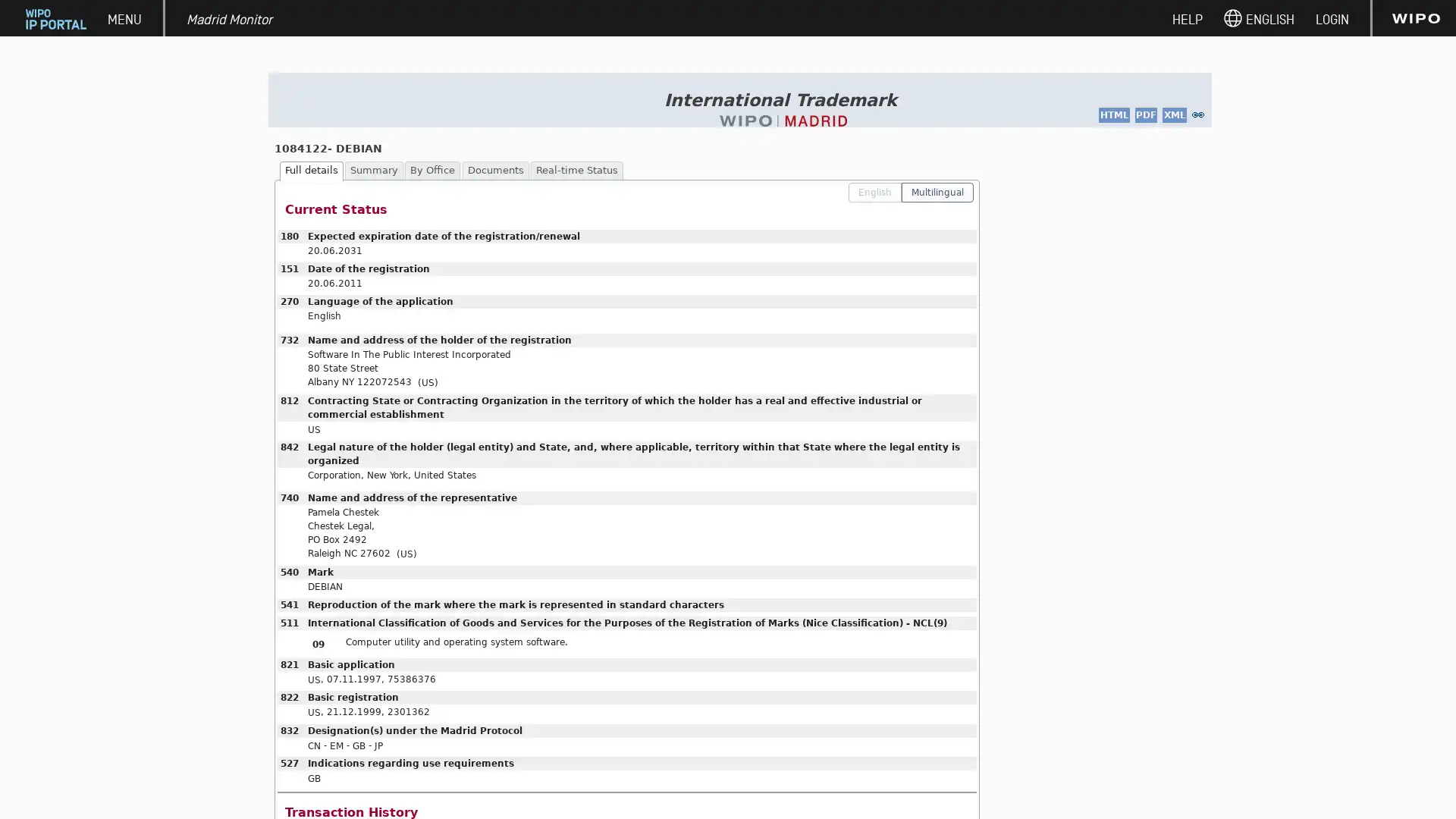 The height and width of the screenshot is (819, 1456). What do you see at coordinates (937, 191) in the screenshot?
I see `Multilingual` at bounding box center [937, 191].